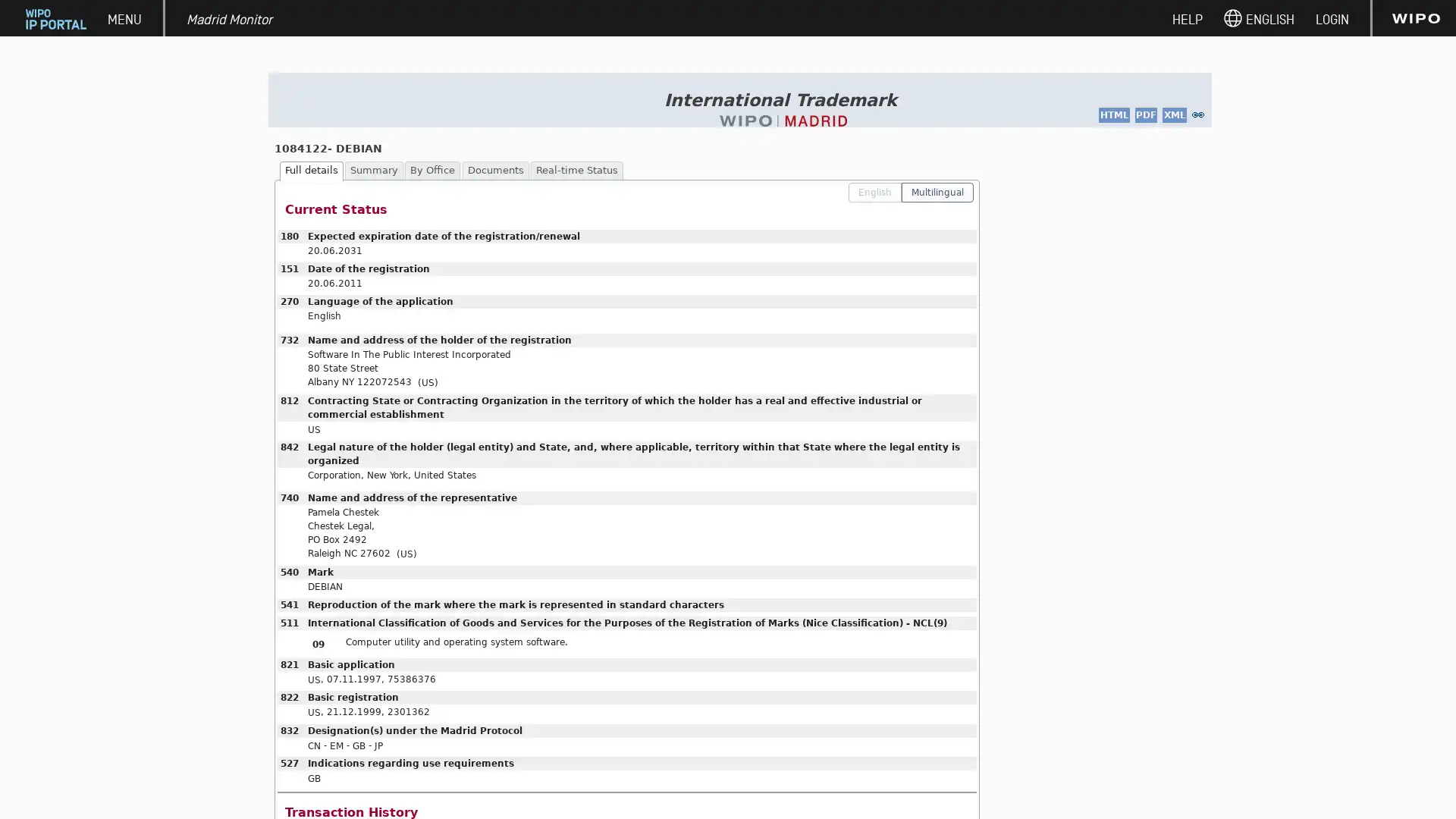 The height and width of the screenshot is (819, 1456). What do you see at coordinates (937, 191) in the screenshot?
I see `Multilingual` at bounding box center [937, 191].